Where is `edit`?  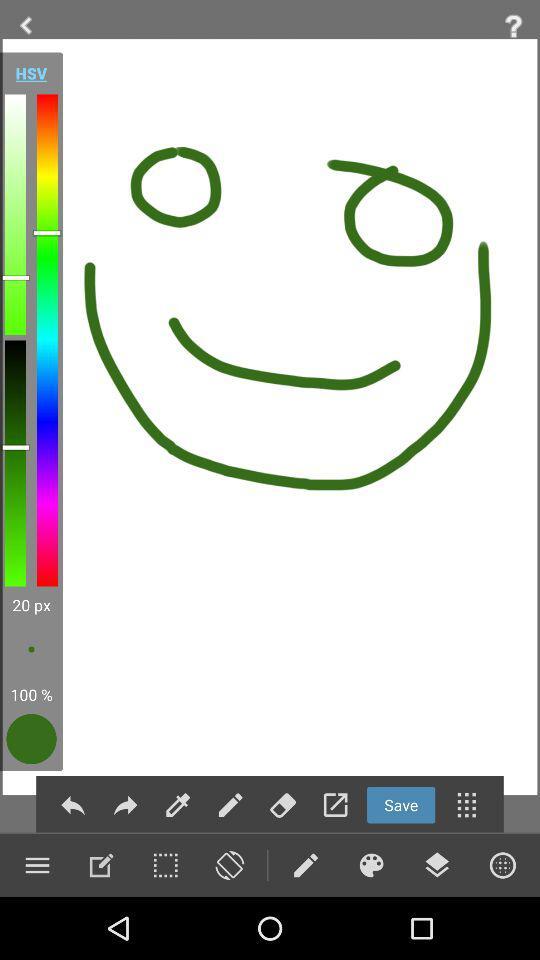
edit is located at coordinates (178, 805).